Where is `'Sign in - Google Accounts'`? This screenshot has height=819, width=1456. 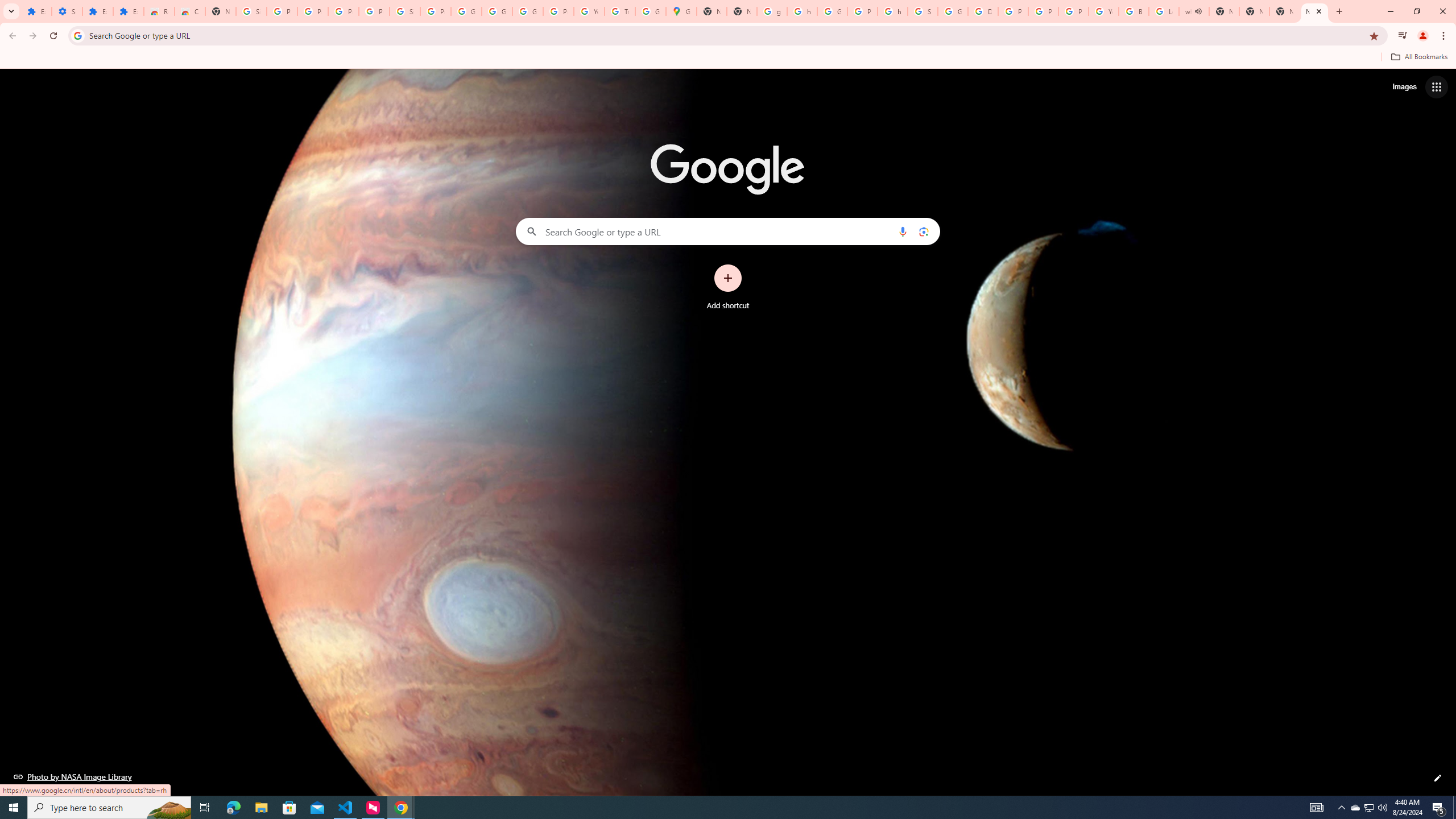 'Sign in - Google Accounts' is located at coordinates (251, 11).